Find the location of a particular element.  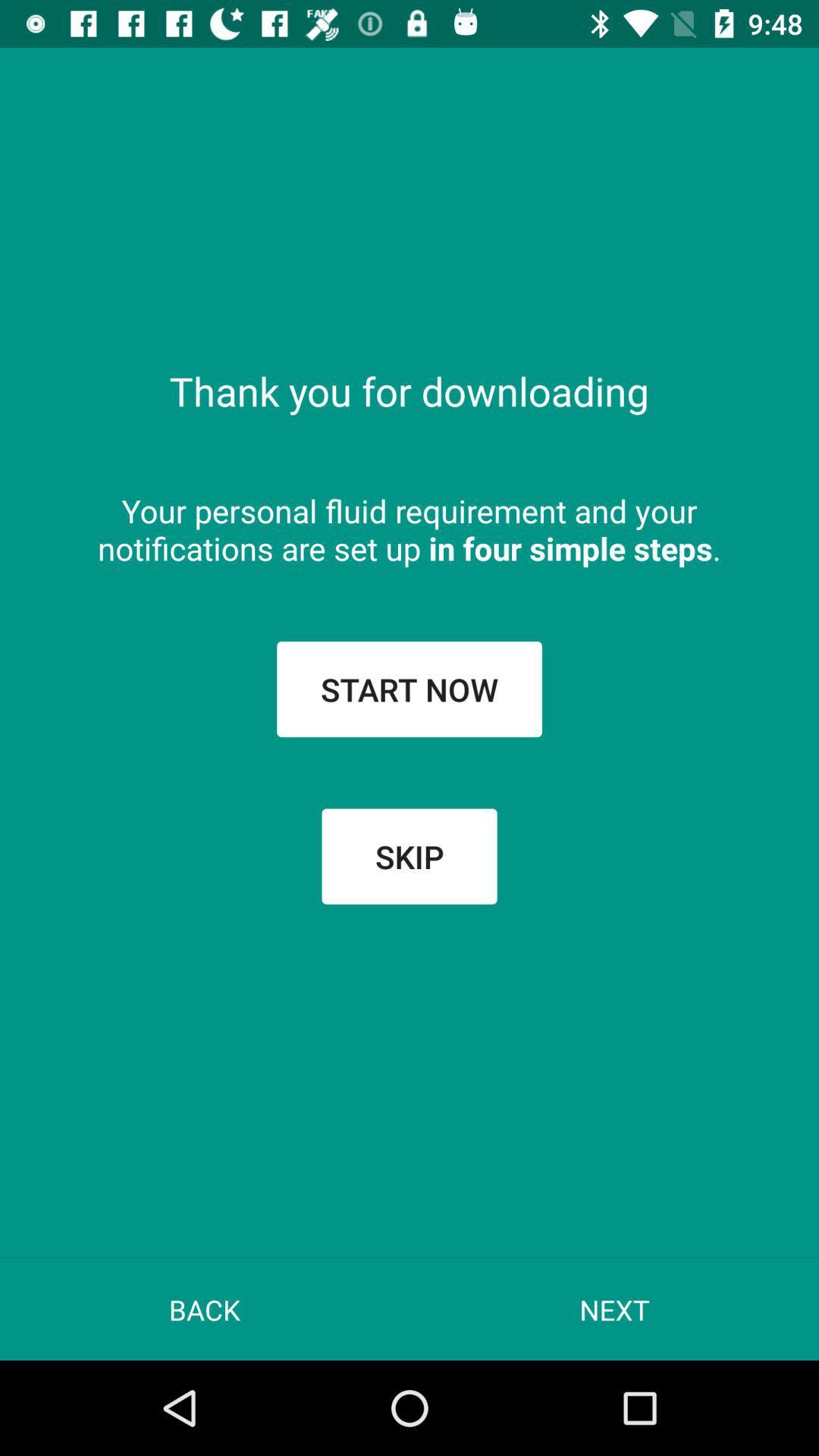

item to the left of the next app is located at coordinates (205, 1309).